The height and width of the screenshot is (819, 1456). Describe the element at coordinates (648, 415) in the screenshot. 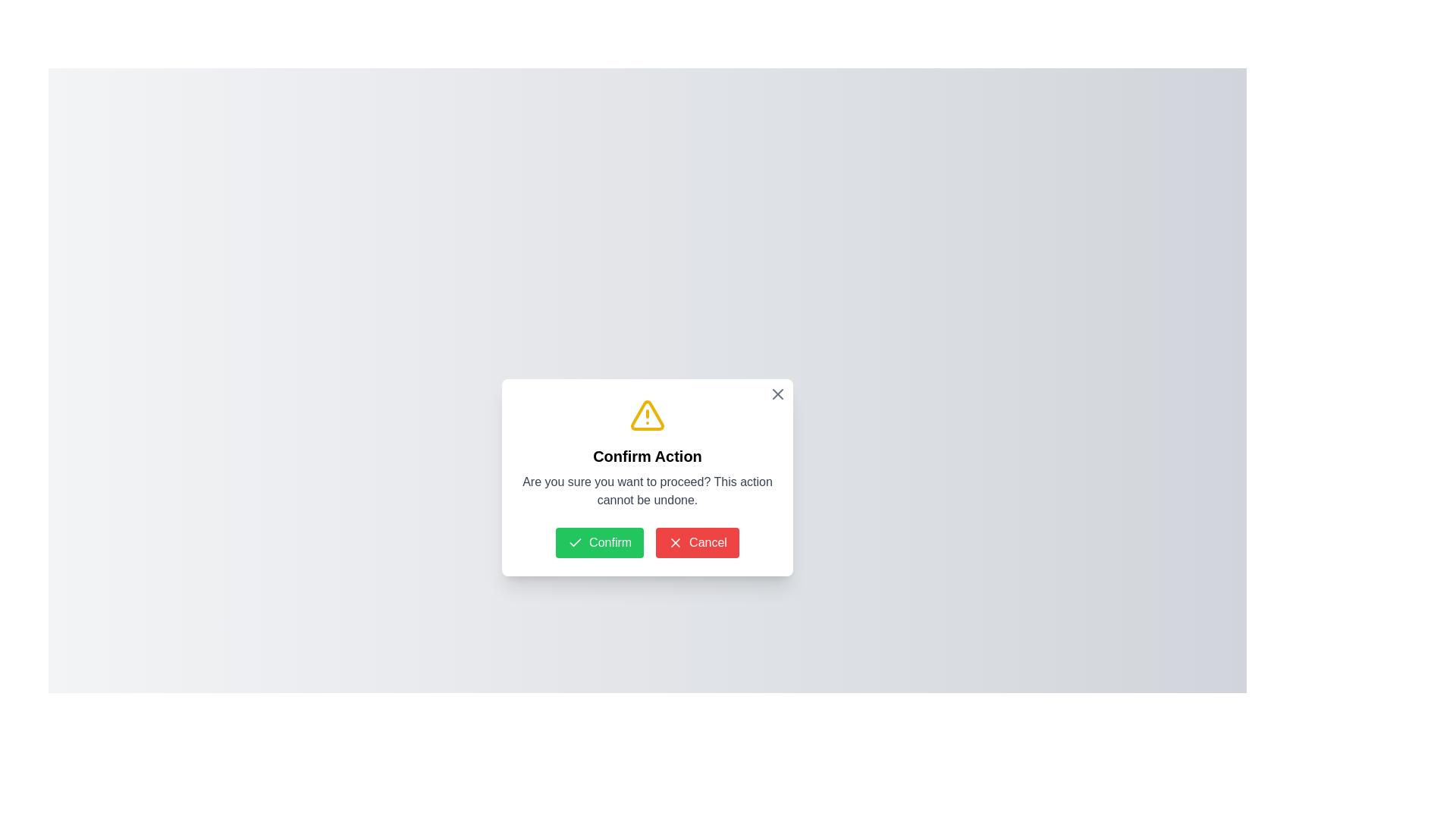

I see `the triangle warning symbol icon that is centrally aligned above the 'Confirm Action' header in the confirmation dialog` at that location.